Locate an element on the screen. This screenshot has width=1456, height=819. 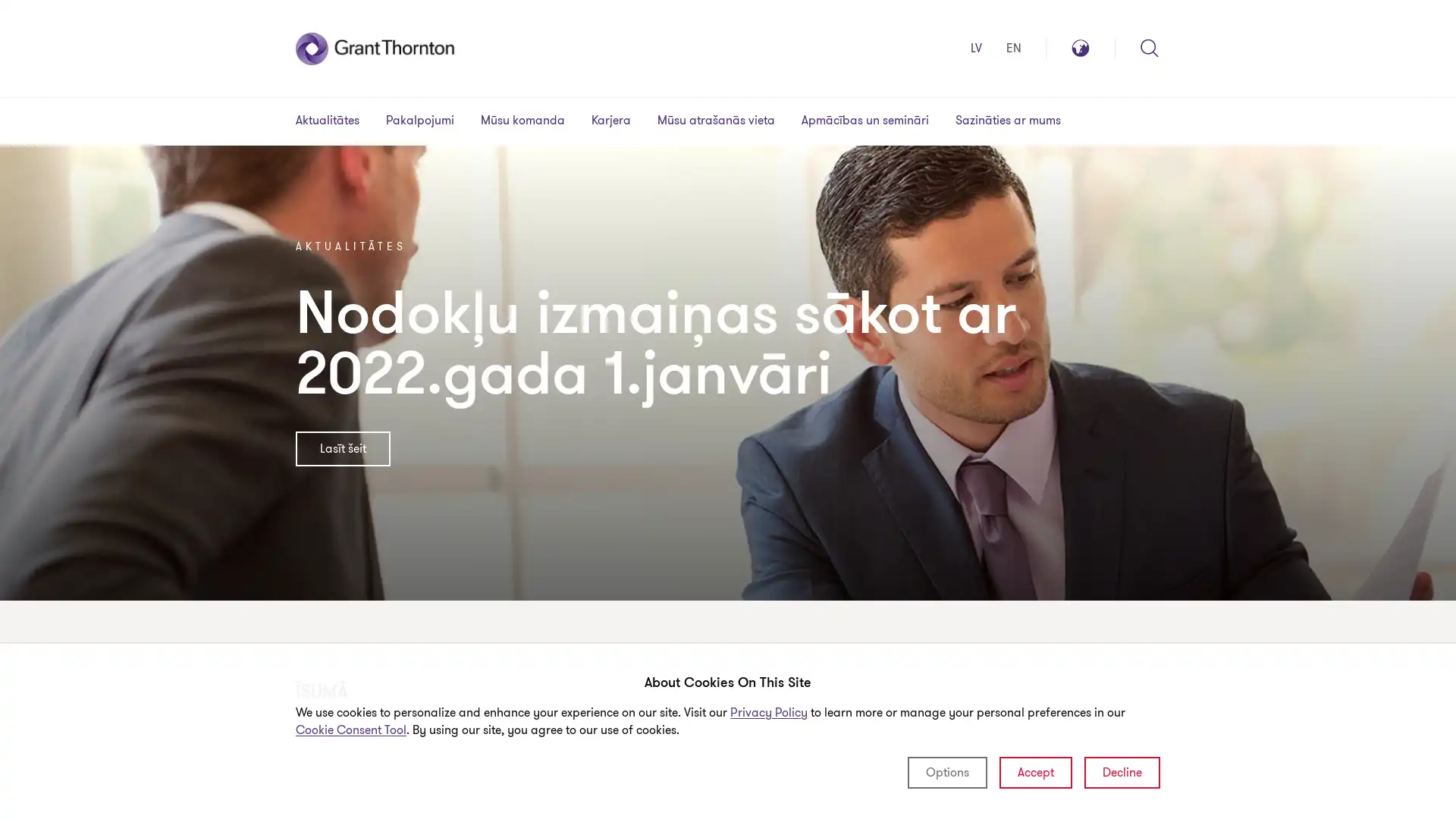
Meklet is located at coordinates (1150, 48).